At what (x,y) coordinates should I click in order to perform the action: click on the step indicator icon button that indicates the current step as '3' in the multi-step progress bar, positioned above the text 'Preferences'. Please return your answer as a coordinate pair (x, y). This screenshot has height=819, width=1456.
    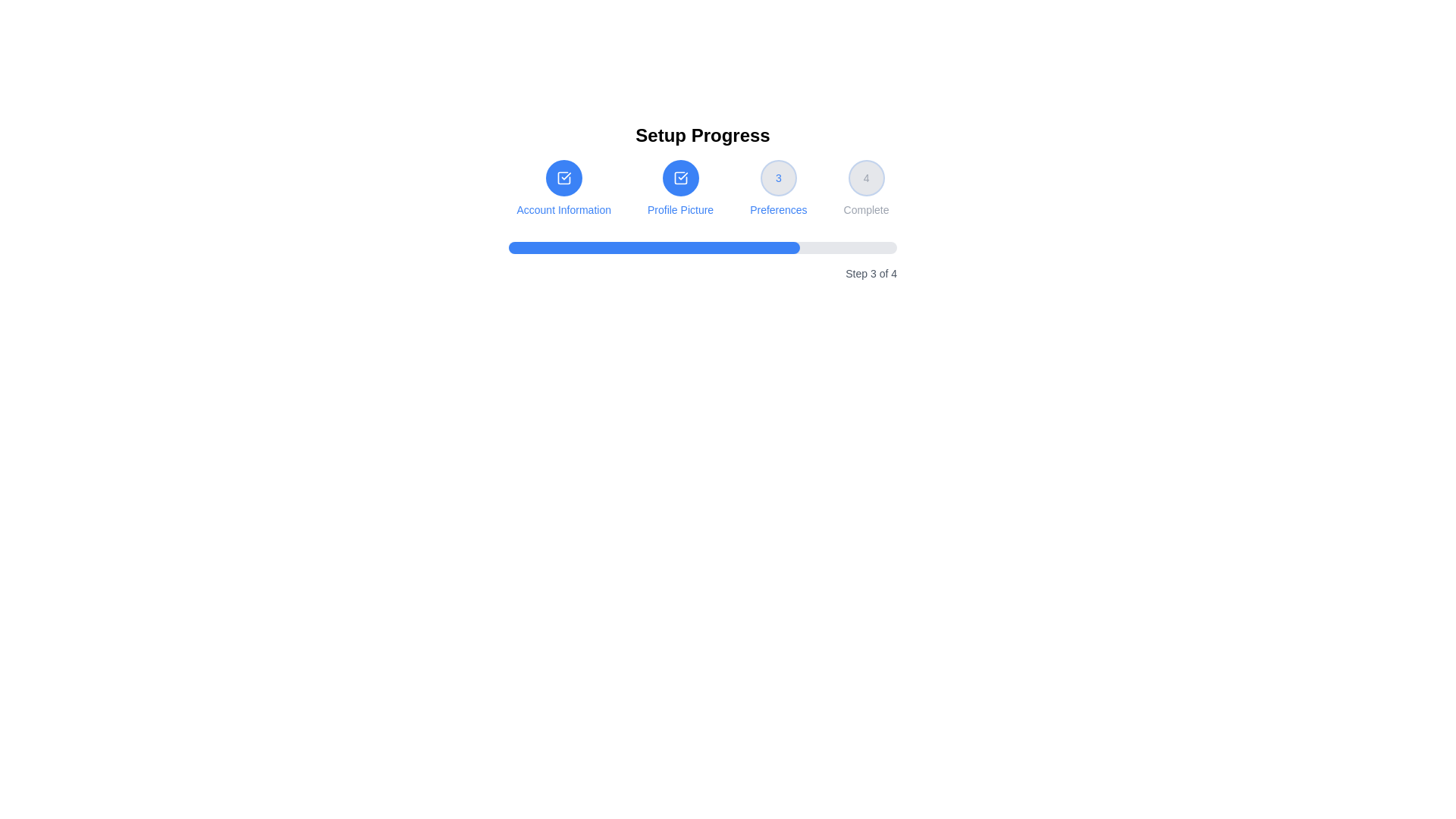
    Looking at the image, I should click on (778, 177).